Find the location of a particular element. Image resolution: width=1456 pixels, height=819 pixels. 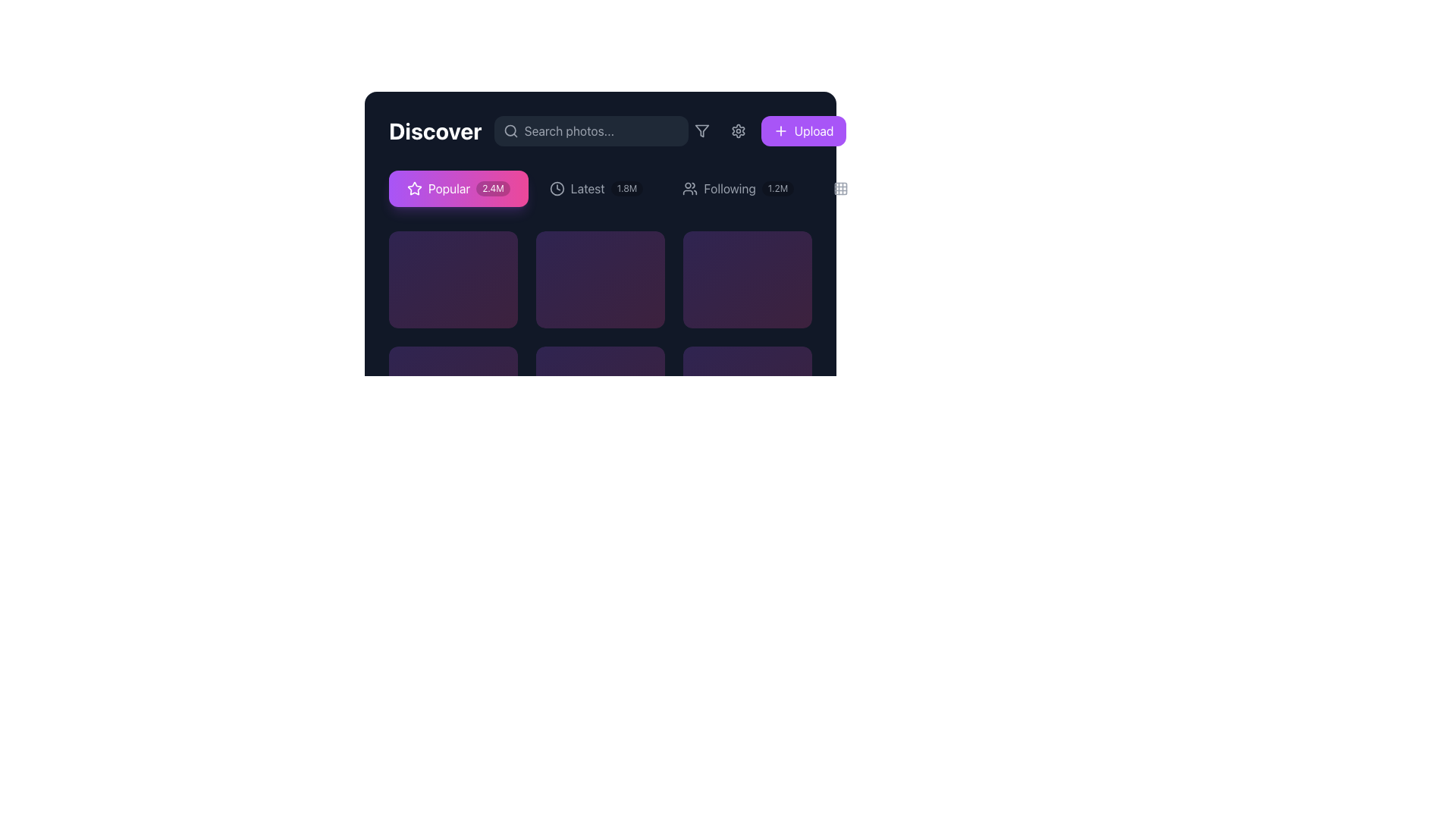

the static text label displaying 'Following', which indicates the current section the user is viewing is located at coordinates (730, 188).